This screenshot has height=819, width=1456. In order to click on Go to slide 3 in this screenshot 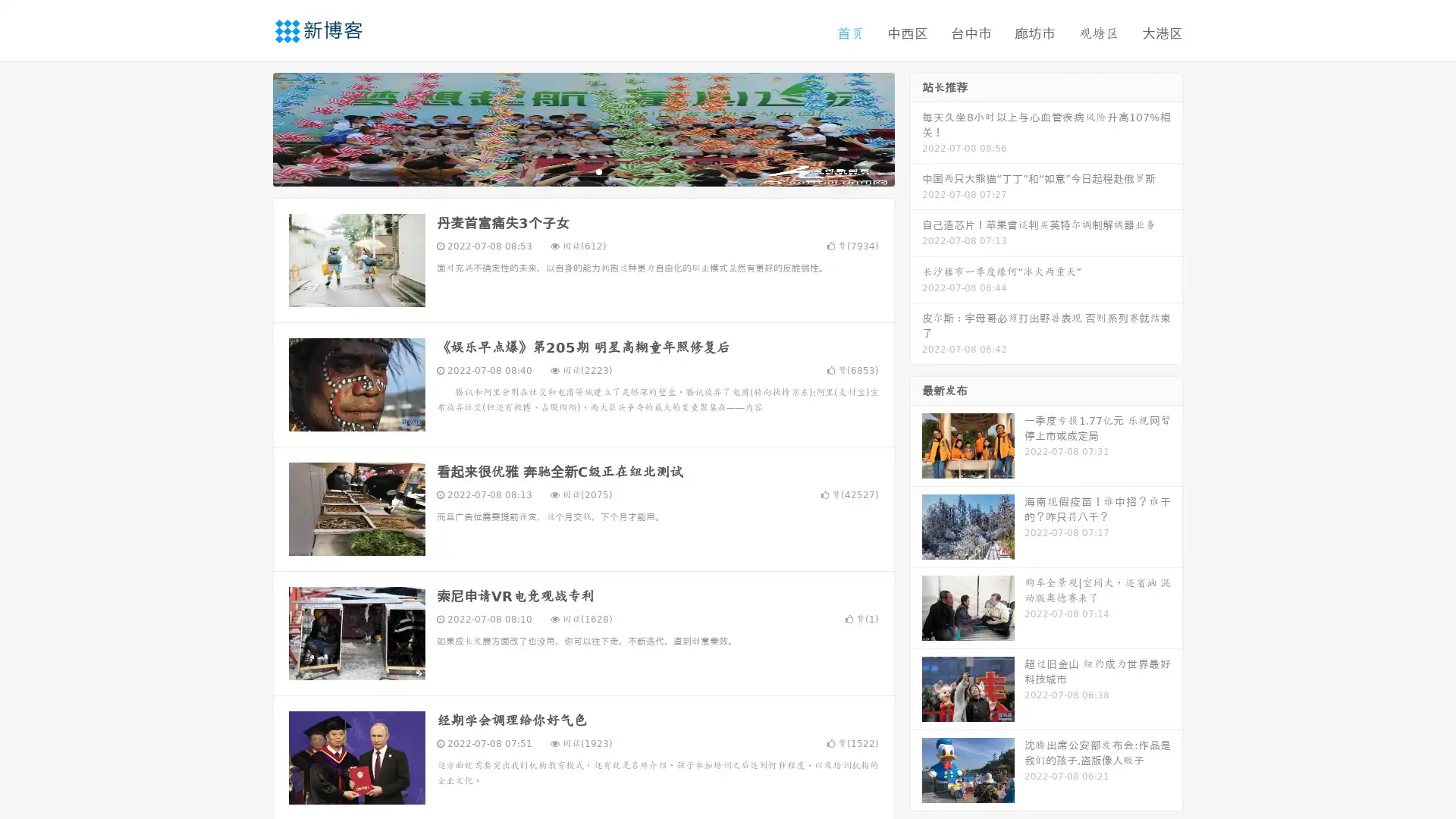, I will do `click(598, 171)`.